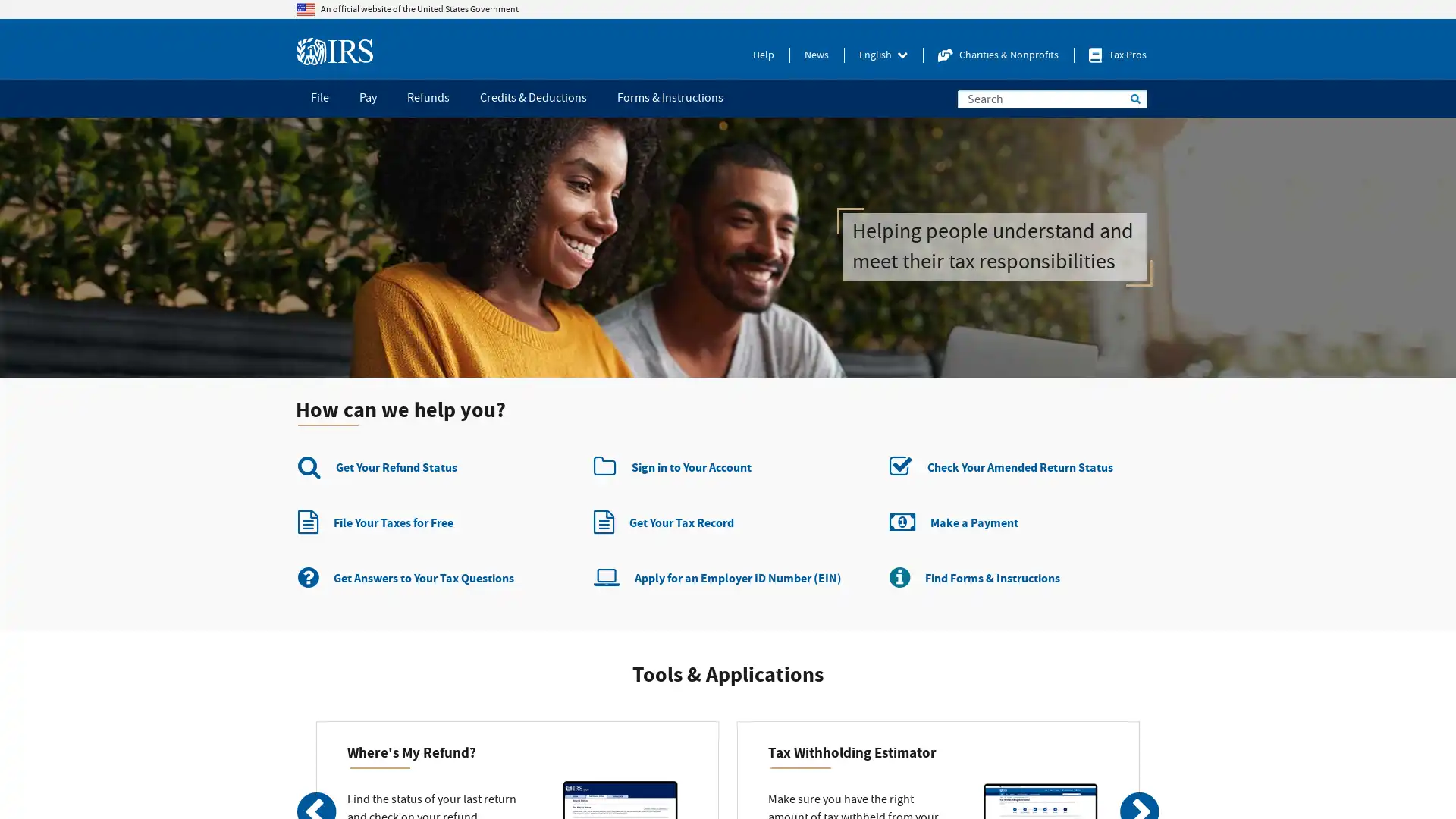 This screenshot has width=1456, height=819. I want to click on Press enter to activate the menu, then navigate with the tab key., so click(883, 55).